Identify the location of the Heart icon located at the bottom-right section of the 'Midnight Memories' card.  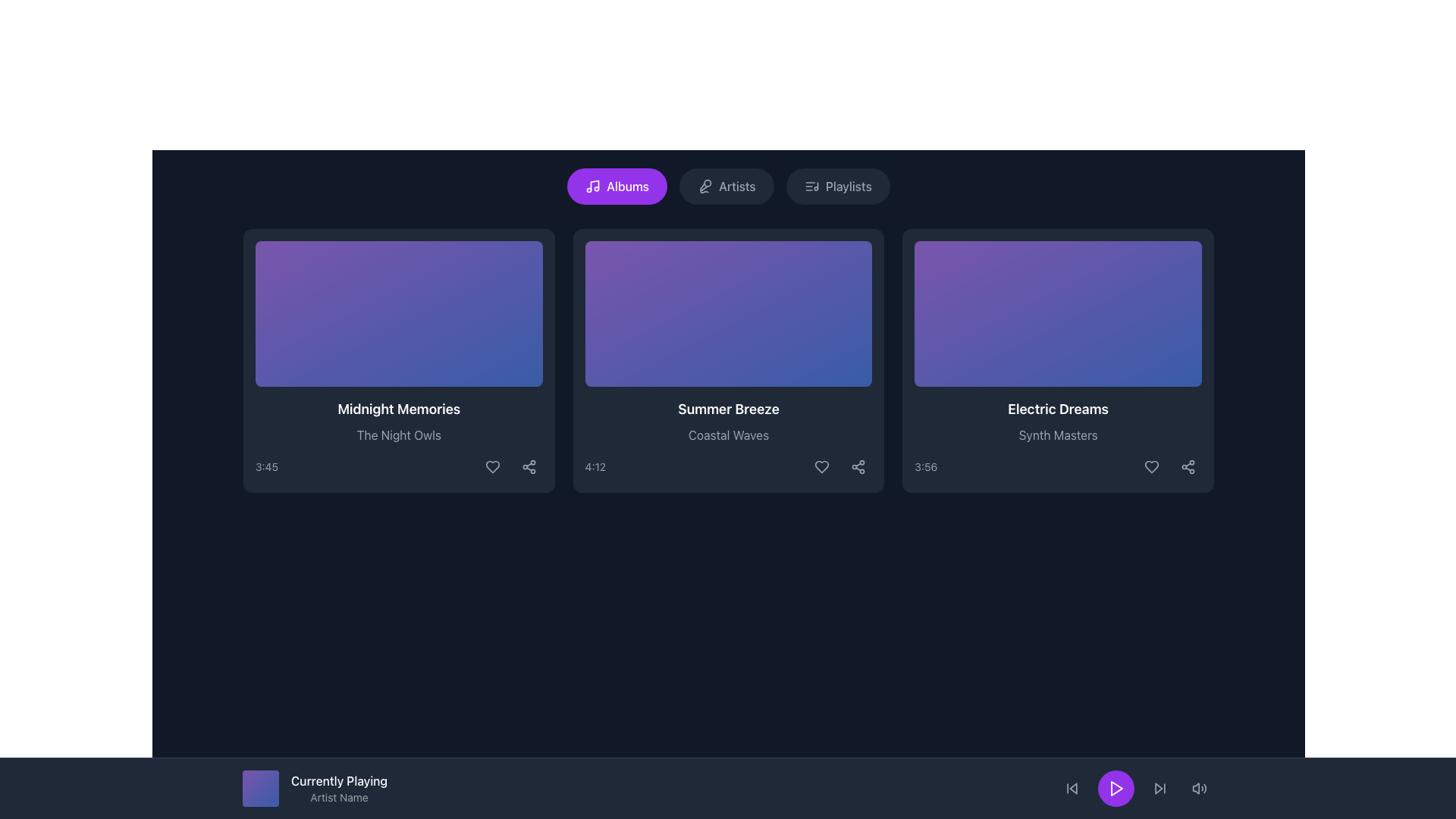
(492, 466).